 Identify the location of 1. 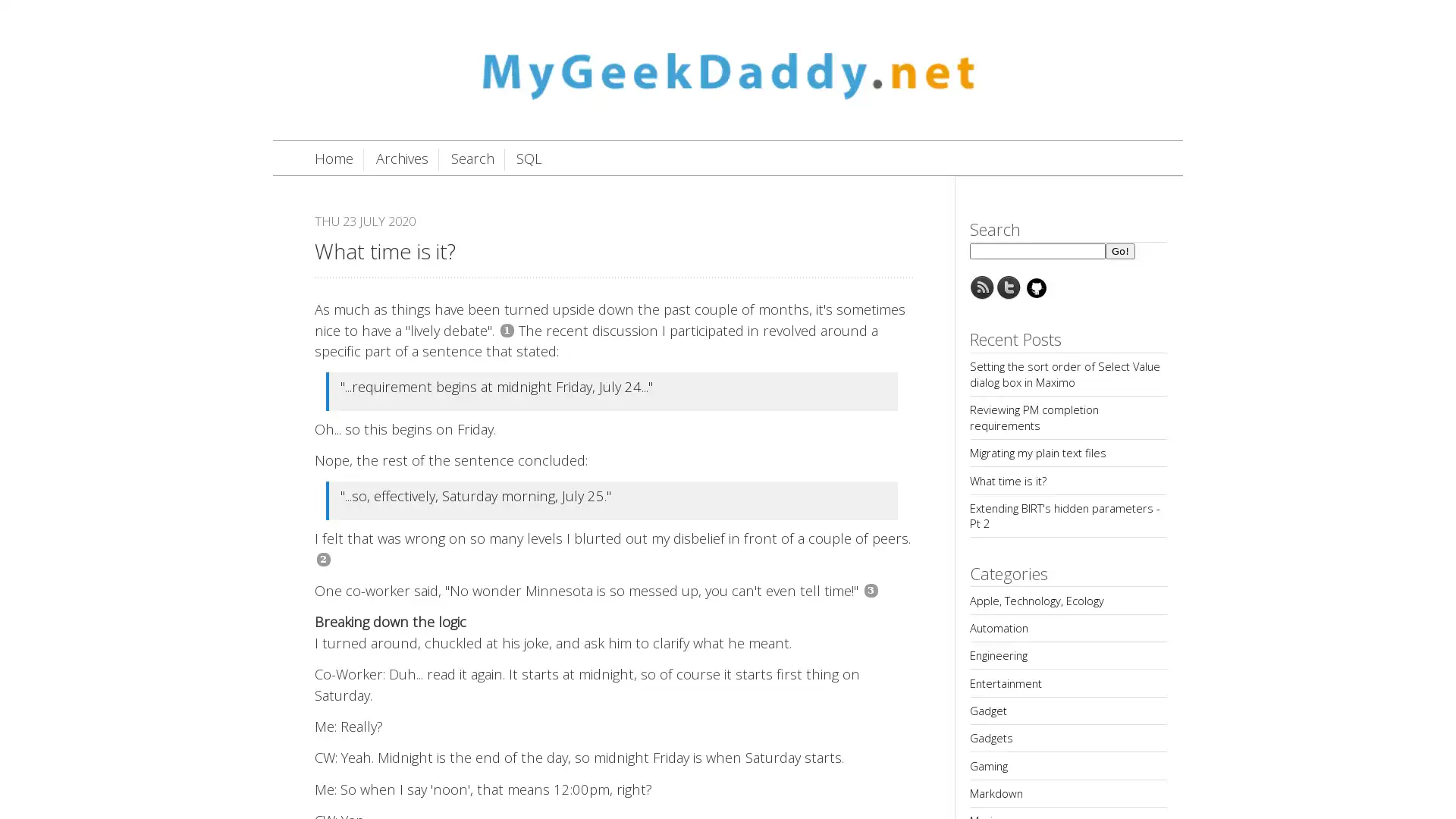
(507, 329).